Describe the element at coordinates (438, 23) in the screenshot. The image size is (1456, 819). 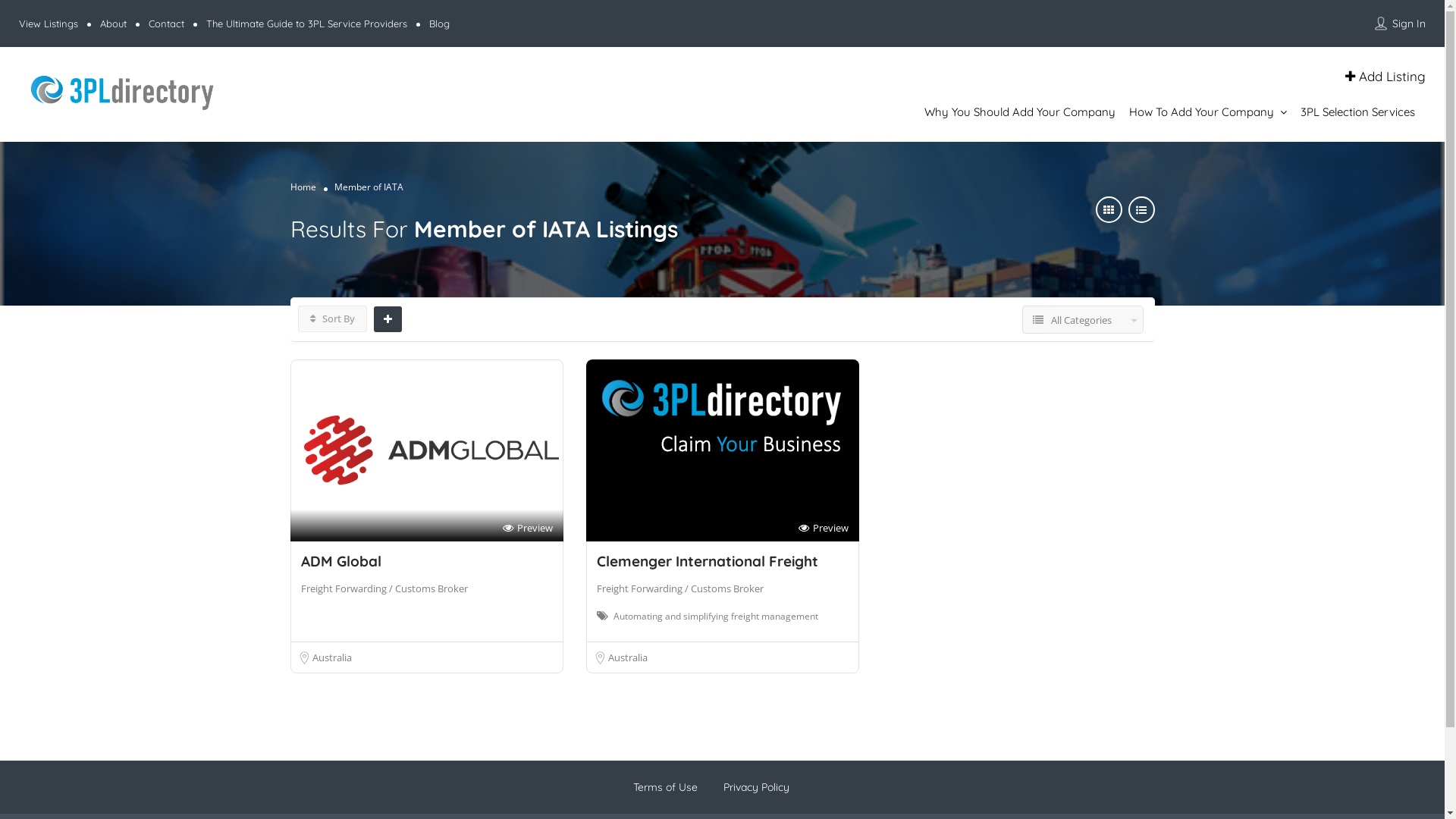
I see `'Blog'` at that location.